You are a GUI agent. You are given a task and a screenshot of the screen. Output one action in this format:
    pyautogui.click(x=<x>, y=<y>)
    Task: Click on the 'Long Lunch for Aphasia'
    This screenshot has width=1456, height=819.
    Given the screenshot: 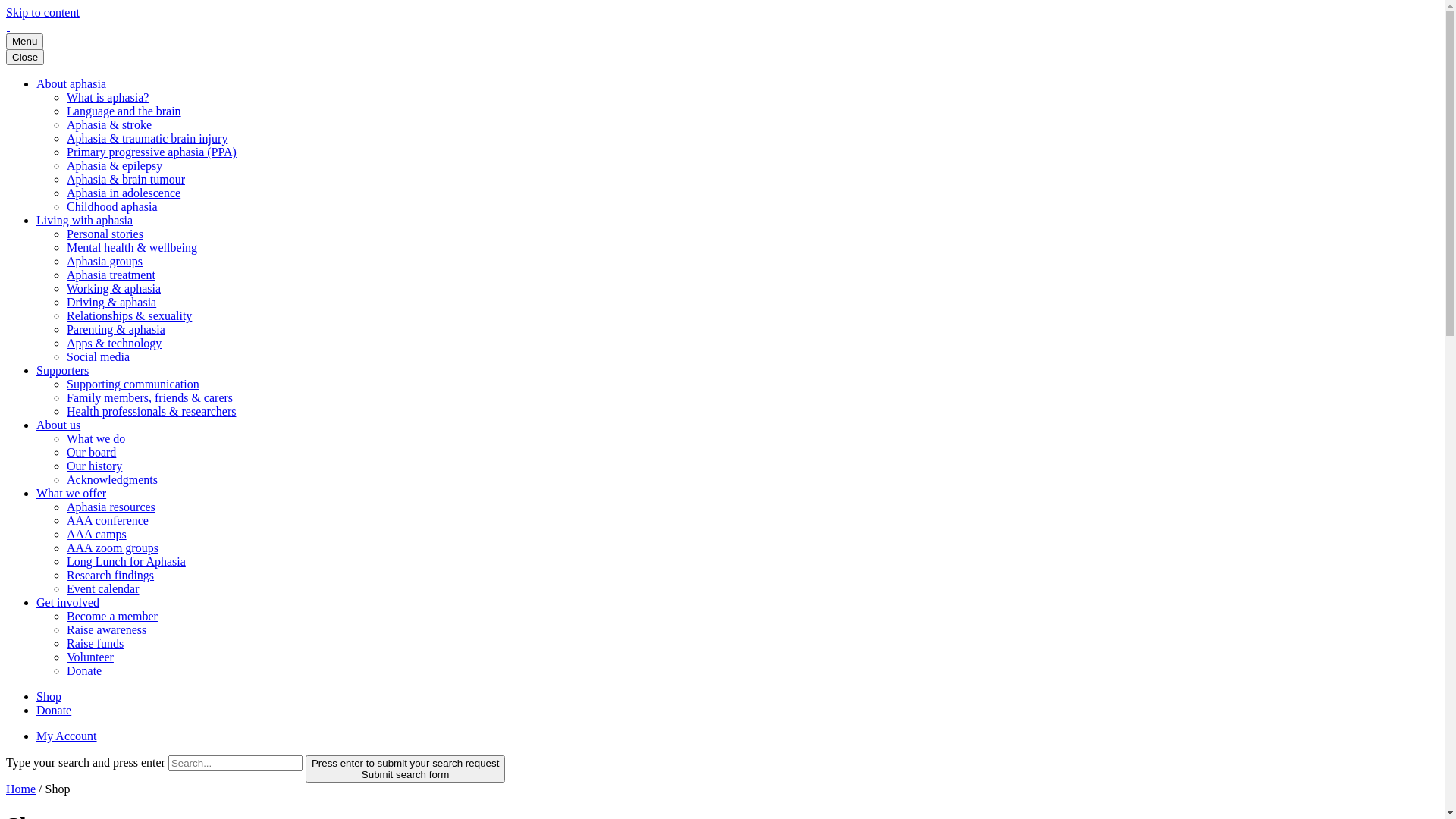 What is the action you would take?
    pyautogui.click(x=126, y=561)
    